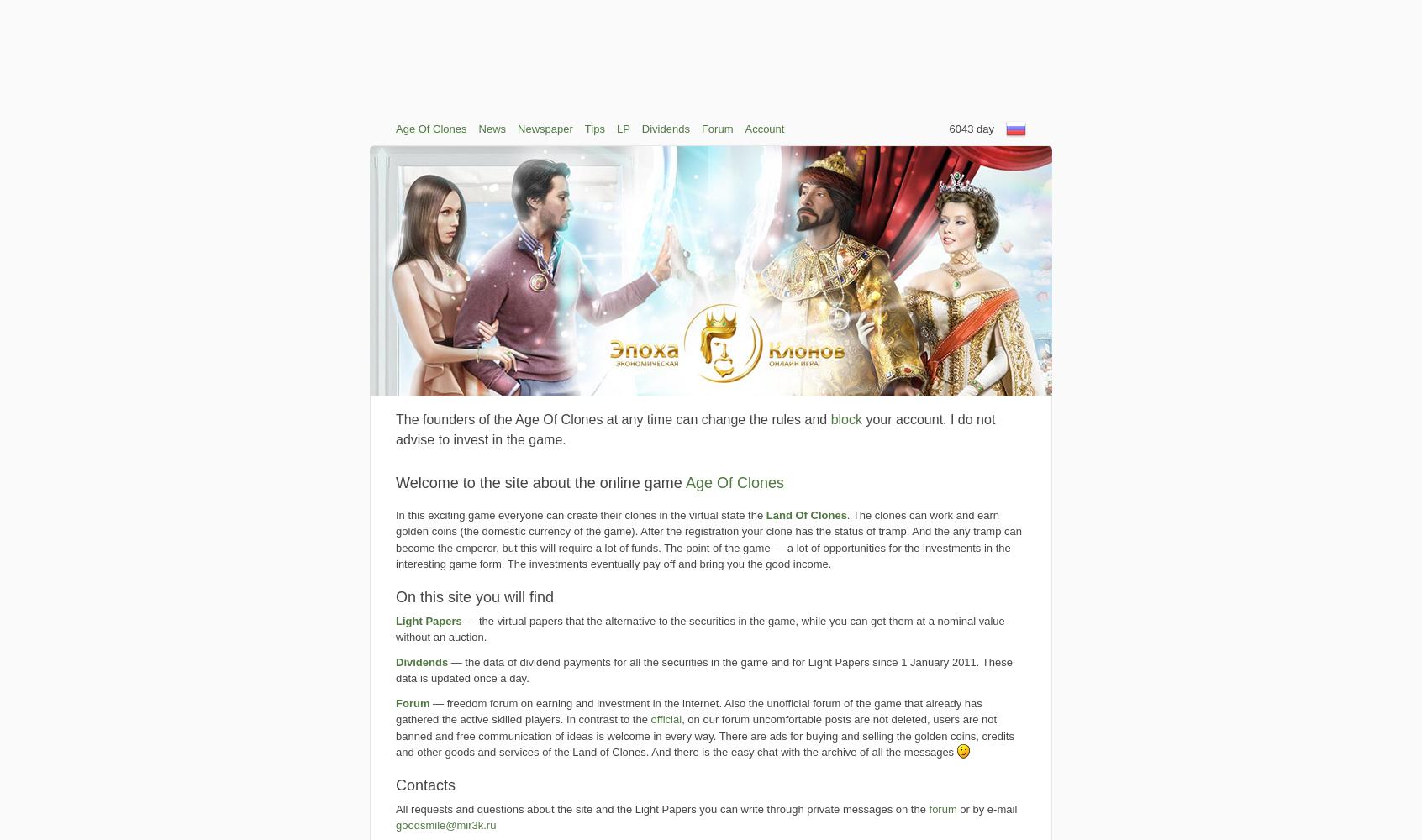 This screenshot has width=1422, height=840. Describe the element at coordinates (666, 718) in the screenshot. I see `'official'` at that location.